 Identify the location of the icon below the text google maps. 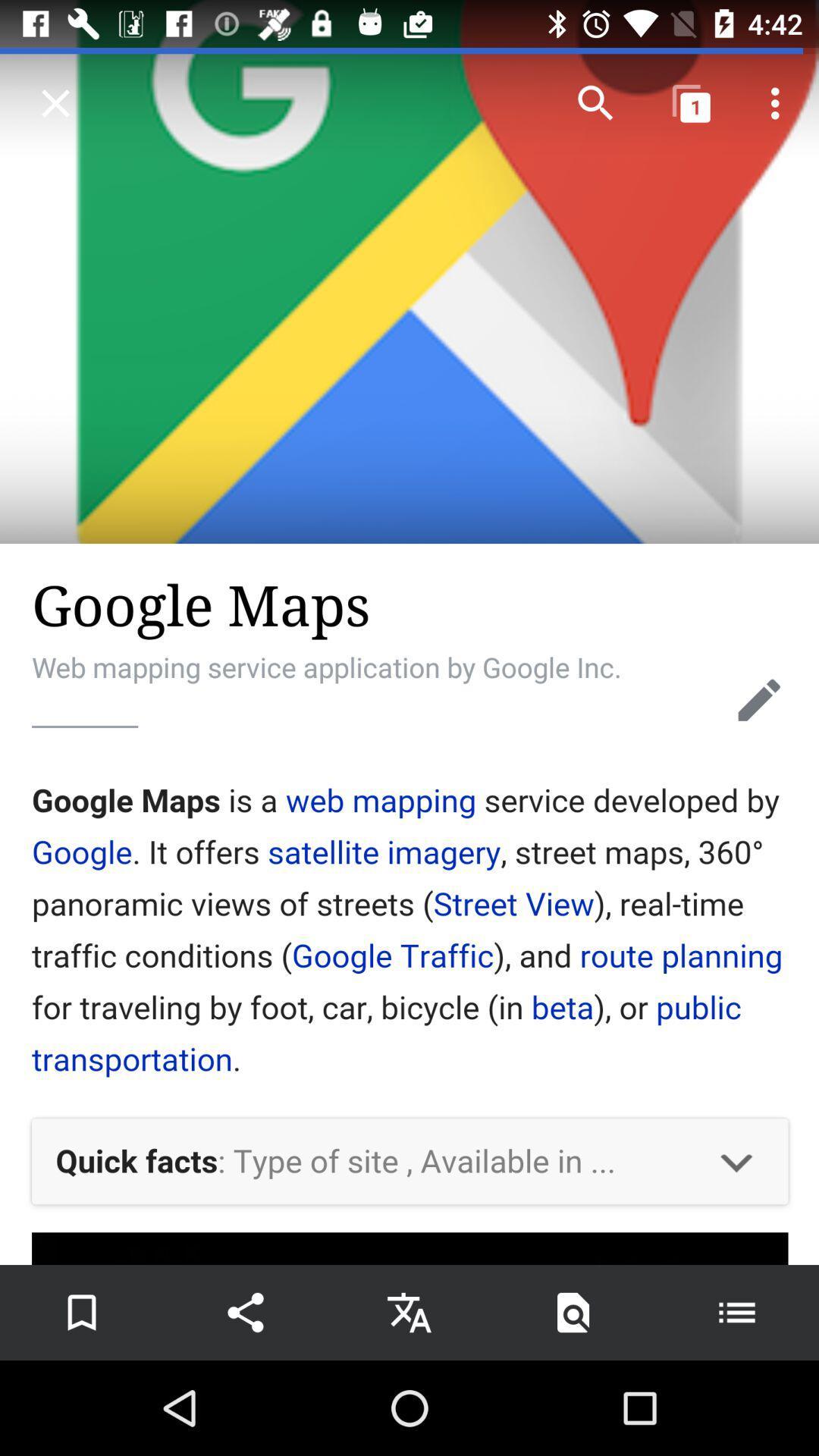
(759, 699).